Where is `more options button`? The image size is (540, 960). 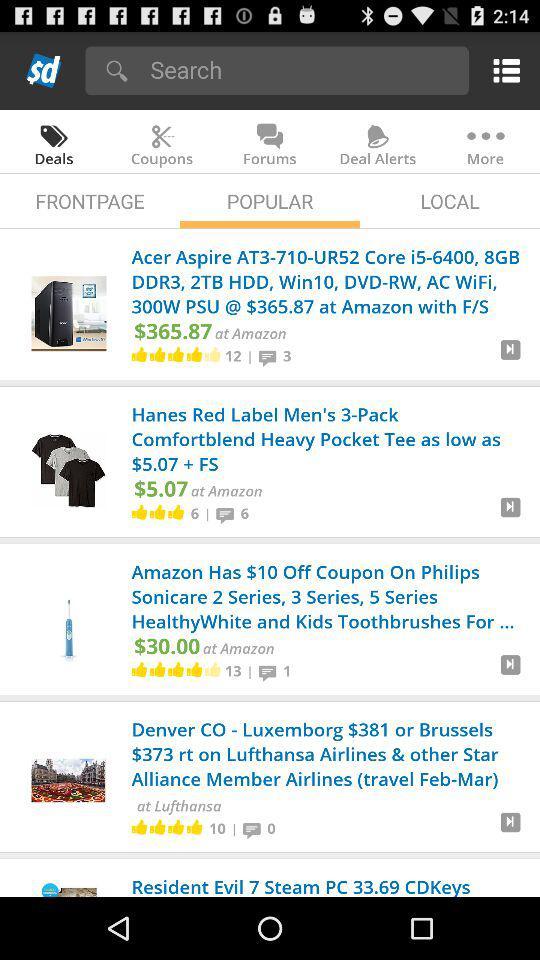 more options button is located at coordinates (502, 70).